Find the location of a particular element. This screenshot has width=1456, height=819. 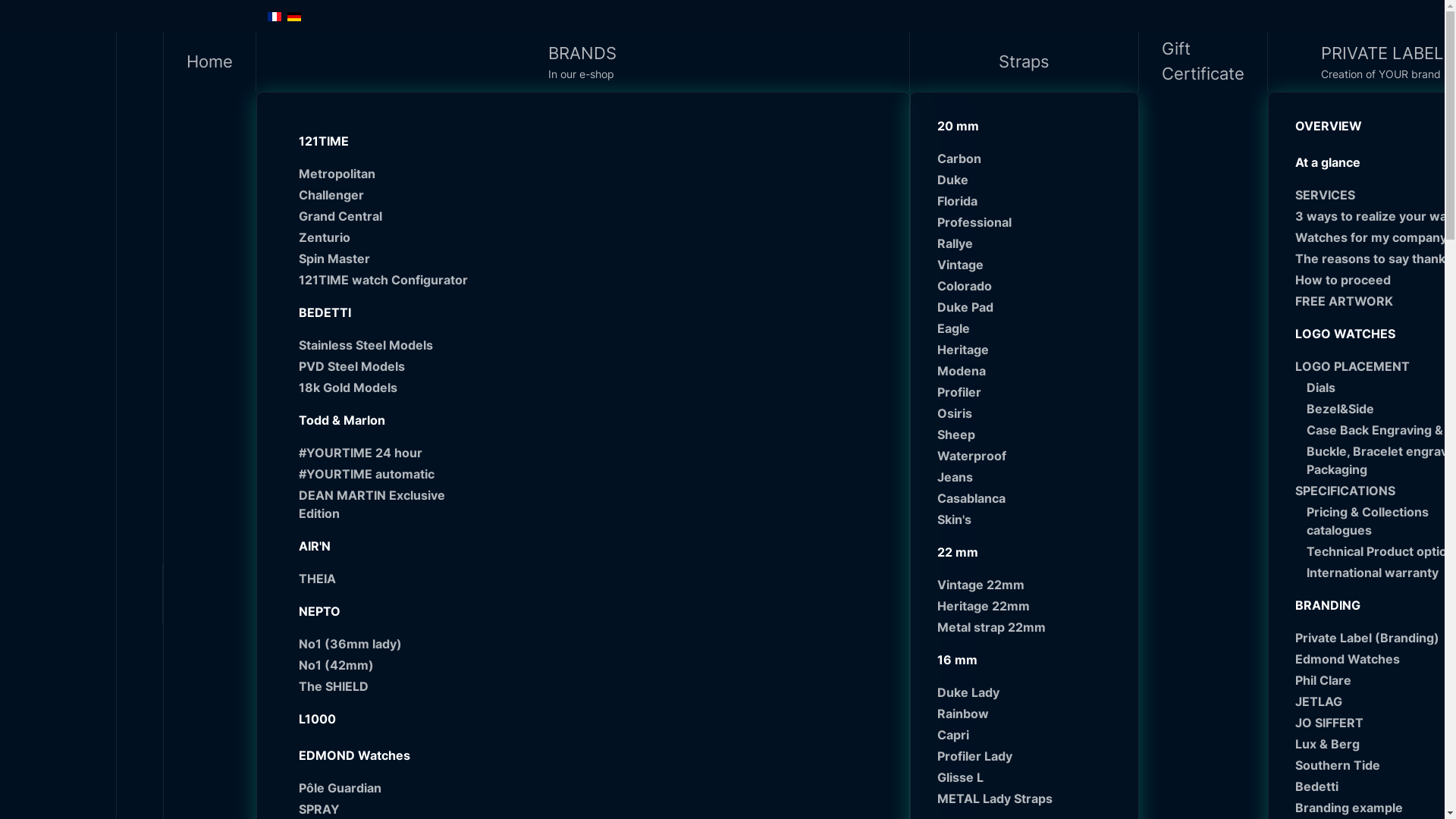

'Carbon' is located at coordinates (1030, 158).